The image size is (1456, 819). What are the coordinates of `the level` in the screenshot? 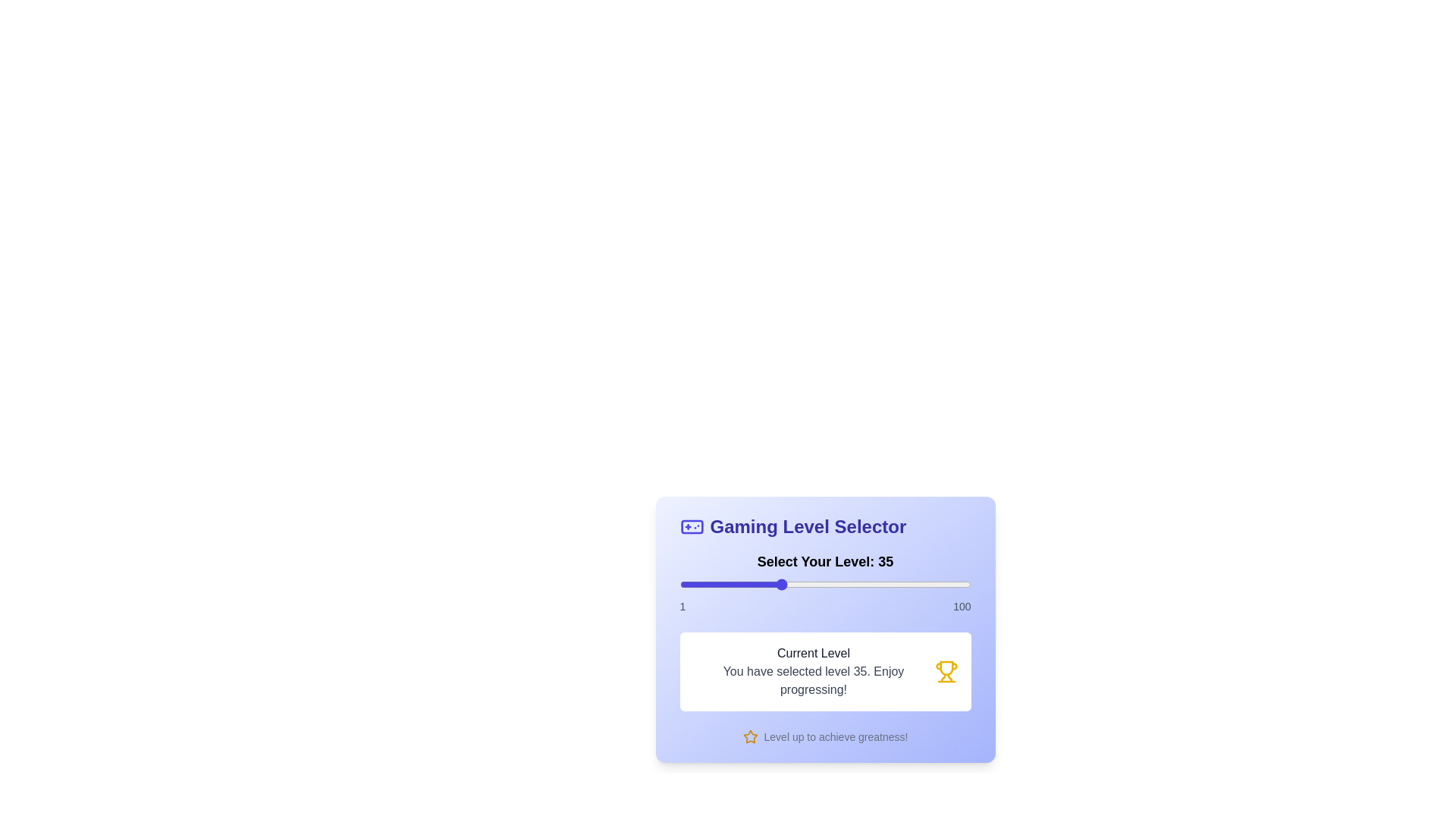 It's located at (726, 584).